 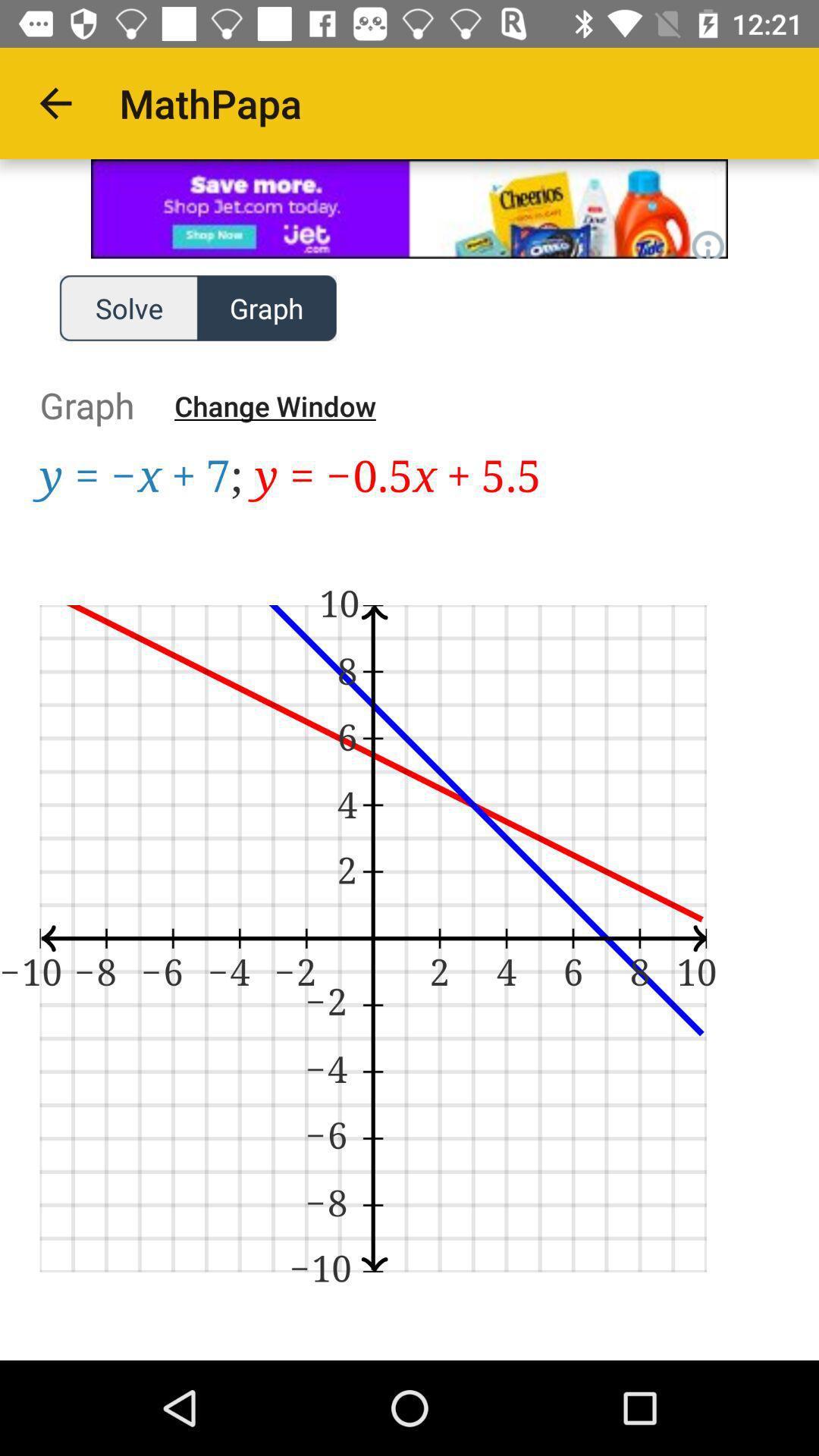 I want to click on advert, so click(x=409, y=208).